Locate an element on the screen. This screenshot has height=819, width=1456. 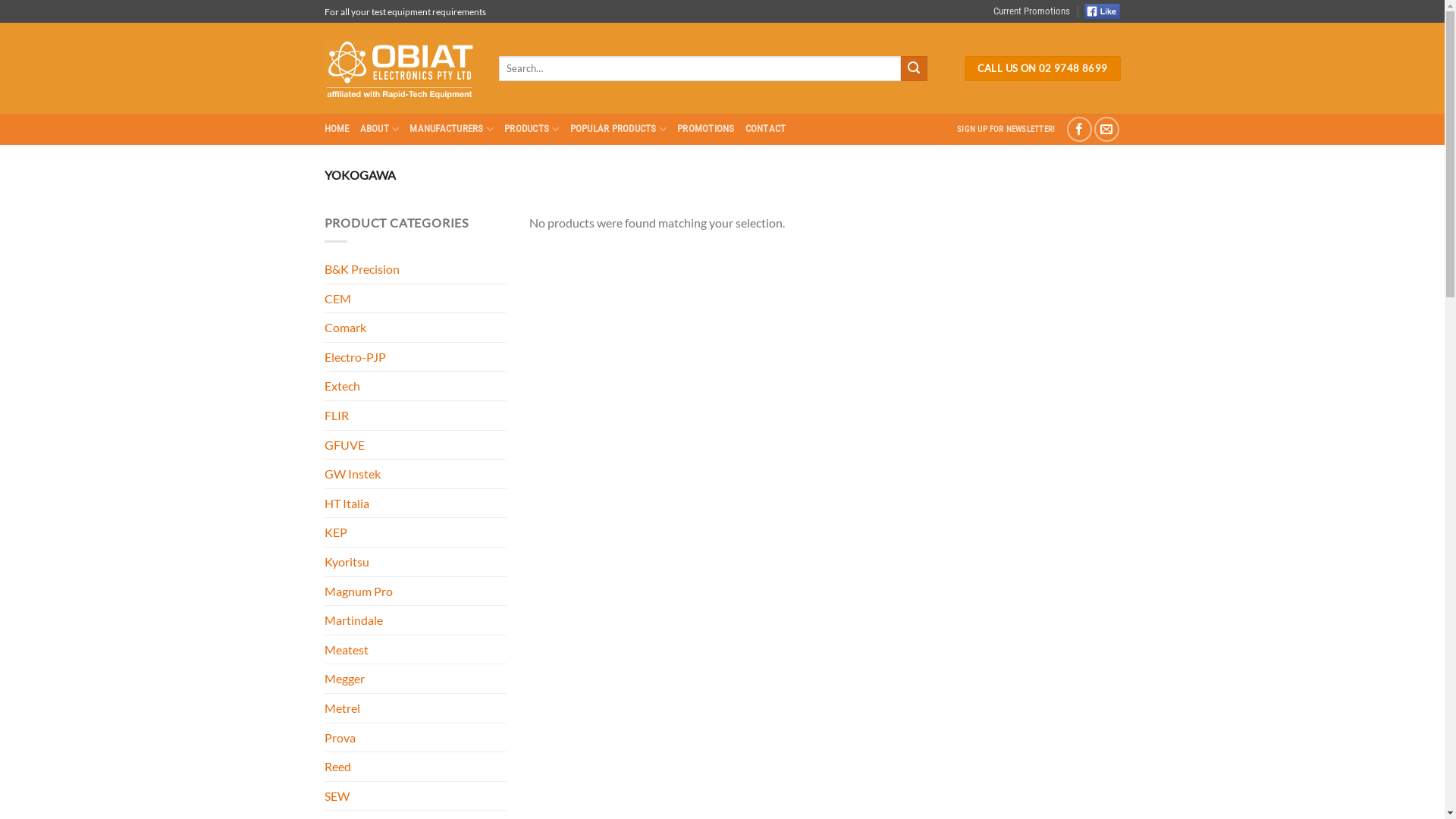
'PRODUCTS' is located at coordinates (532, 127).